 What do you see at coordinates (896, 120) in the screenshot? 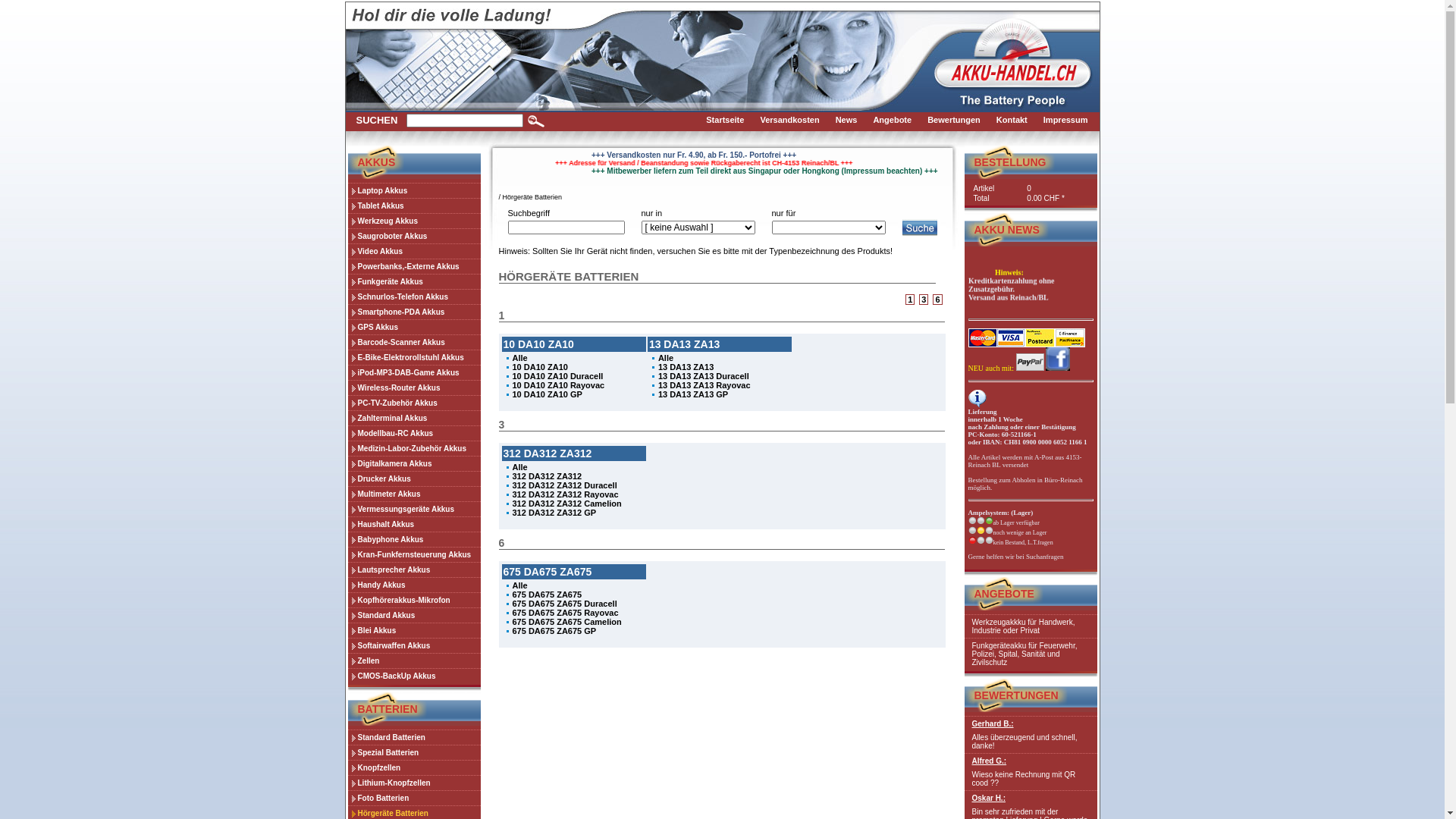
I see `'Angebote'` at bounding box center [896, 120].